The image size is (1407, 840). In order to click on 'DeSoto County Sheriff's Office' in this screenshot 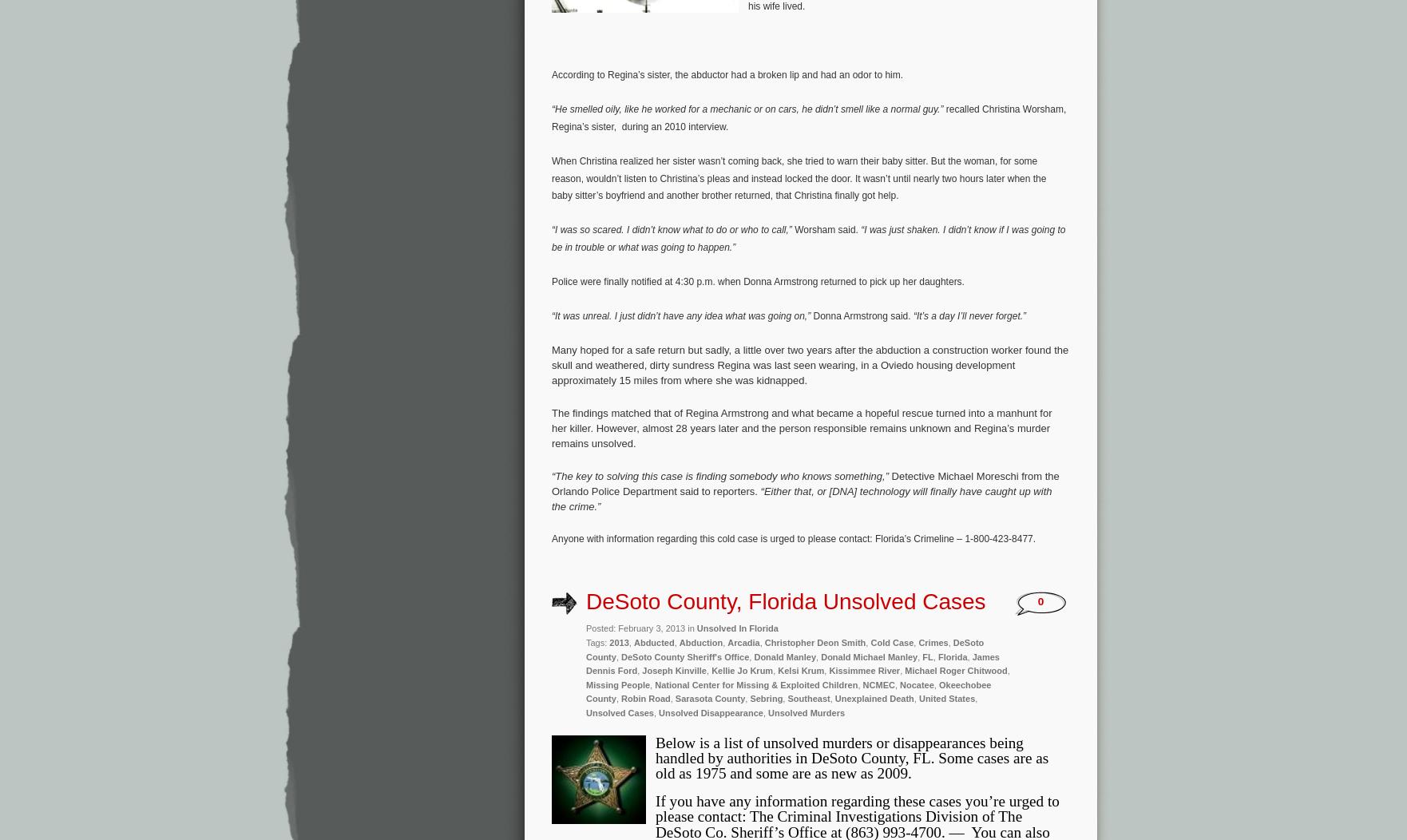, I will do `click(684, 656)`.